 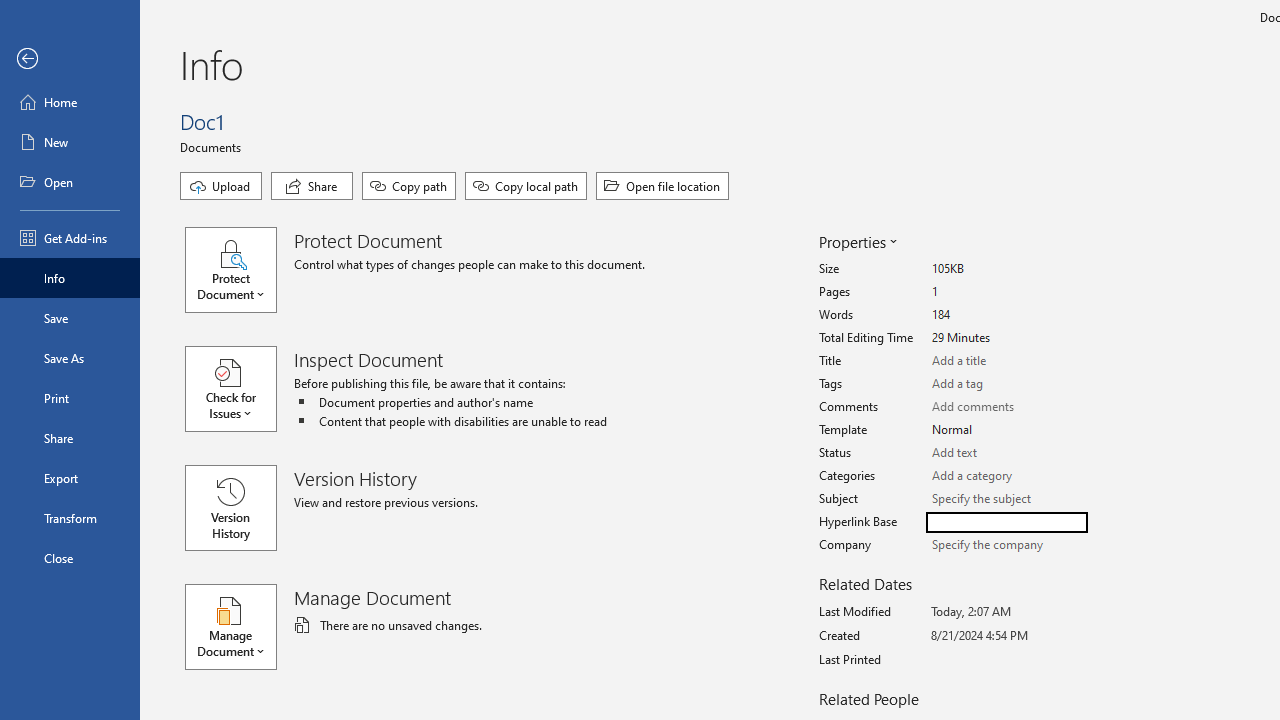 What do you see at coordinates (69, 277) in the screenshot?
I see `'Info'` at bounding box center [69, 277].